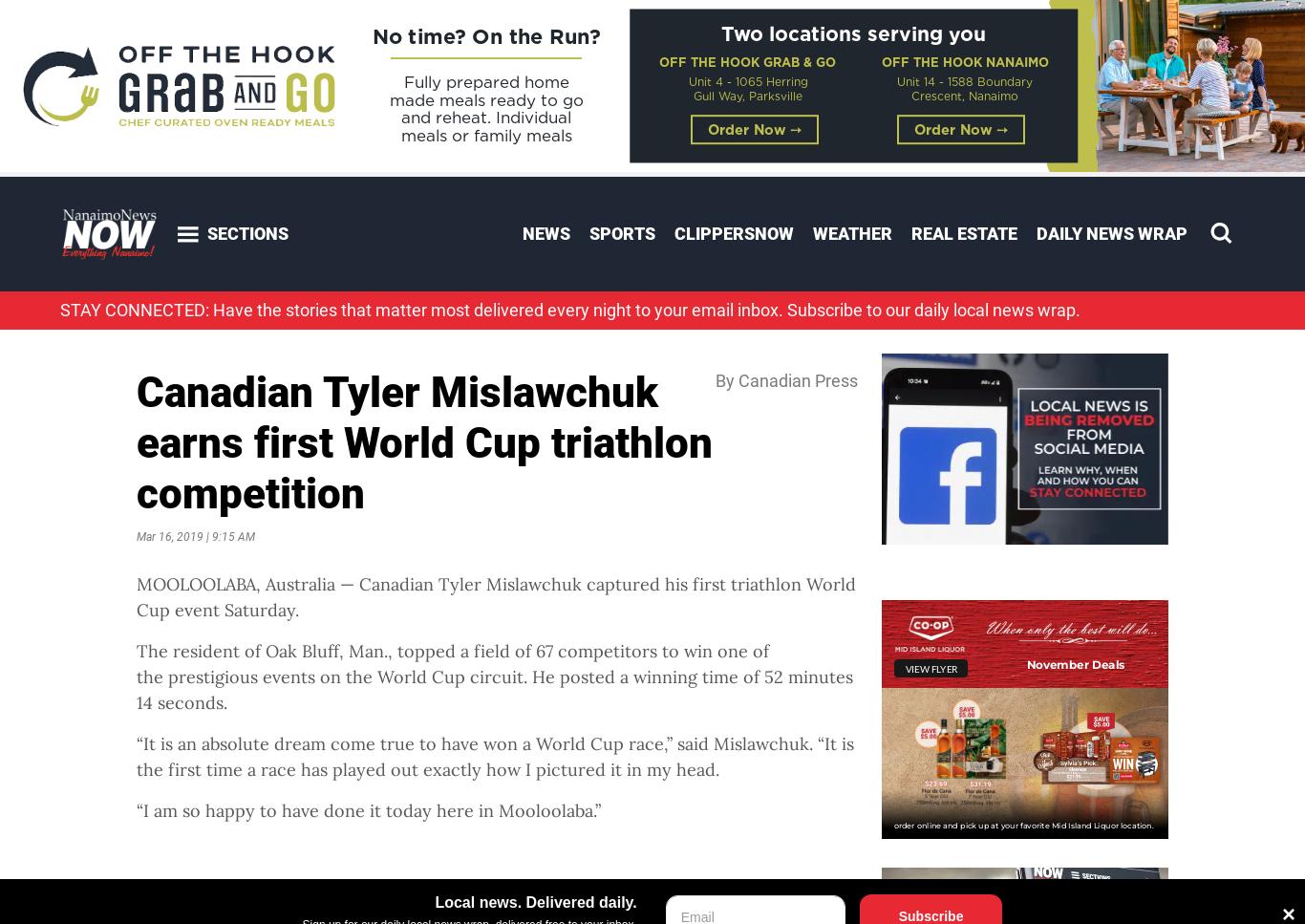 This screenshot has width=1305, height=924. Describe the element at coordinates (734, 233) in the screenshot. I see `'ClippersNOW'` at that location.